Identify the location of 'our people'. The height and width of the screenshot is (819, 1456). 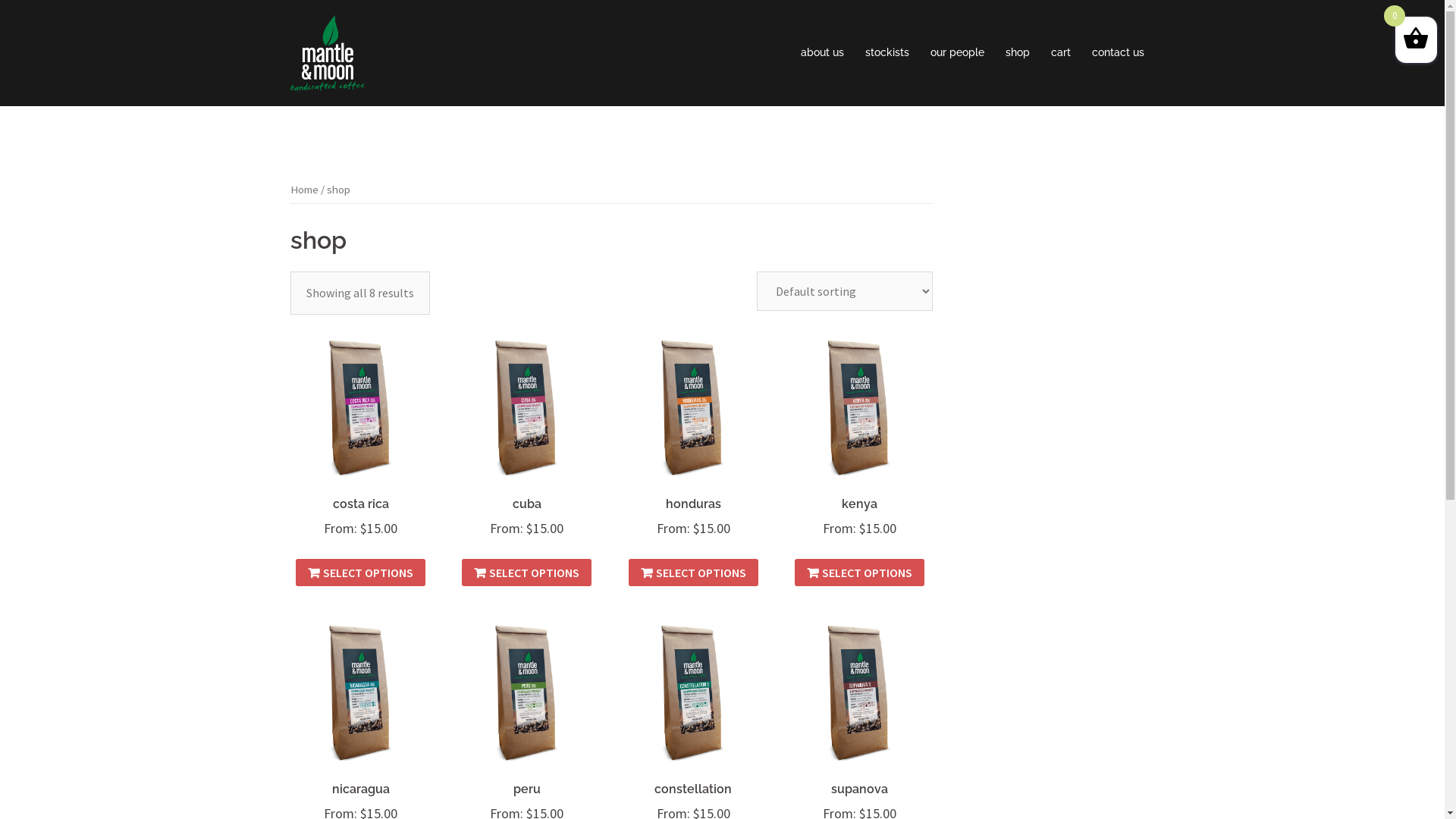
(955, 52).